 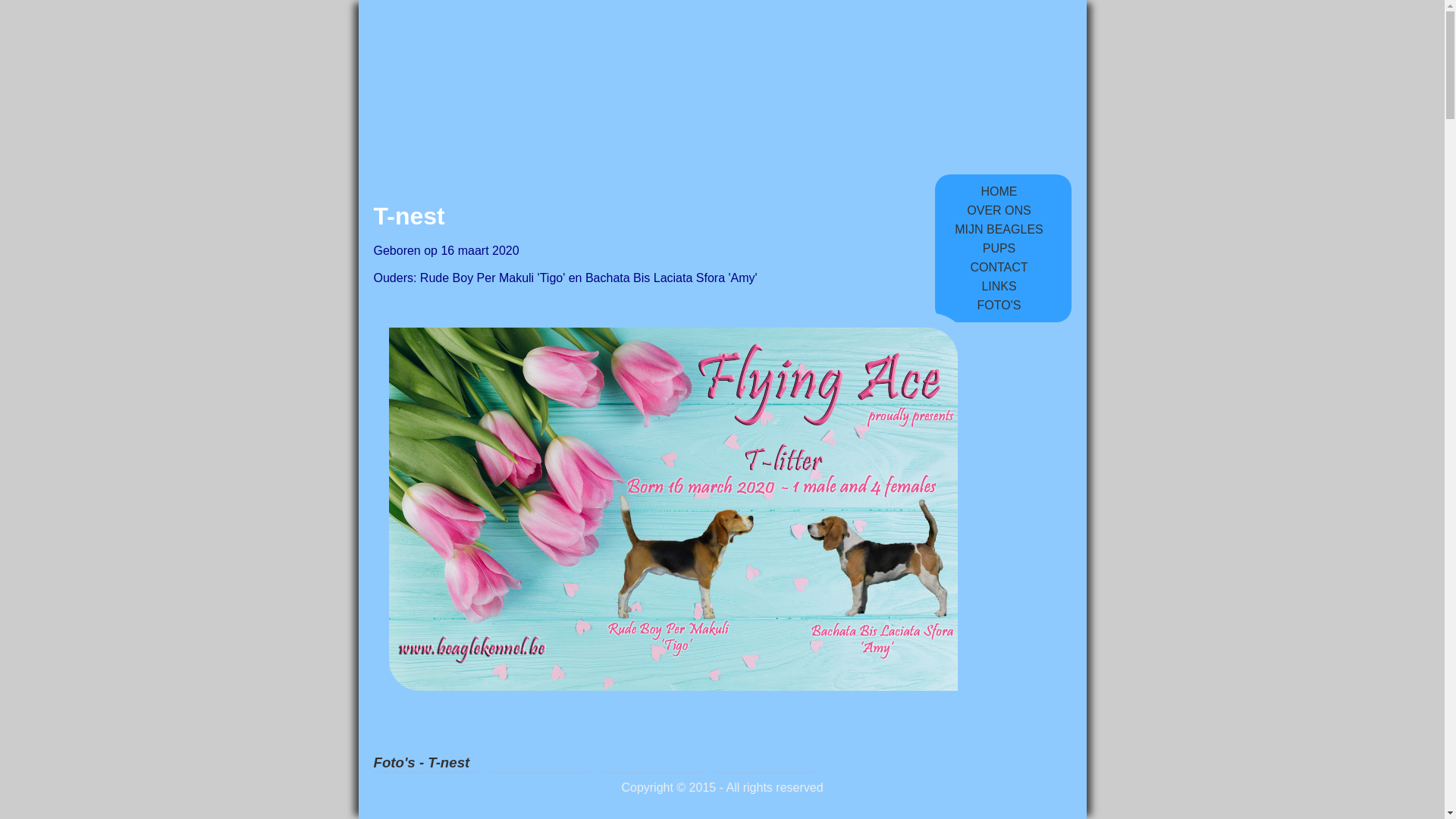 What do you see at coordinates (998, 190) in the screenshot?
I see `'HOME'` at bounding box center [998, 190].